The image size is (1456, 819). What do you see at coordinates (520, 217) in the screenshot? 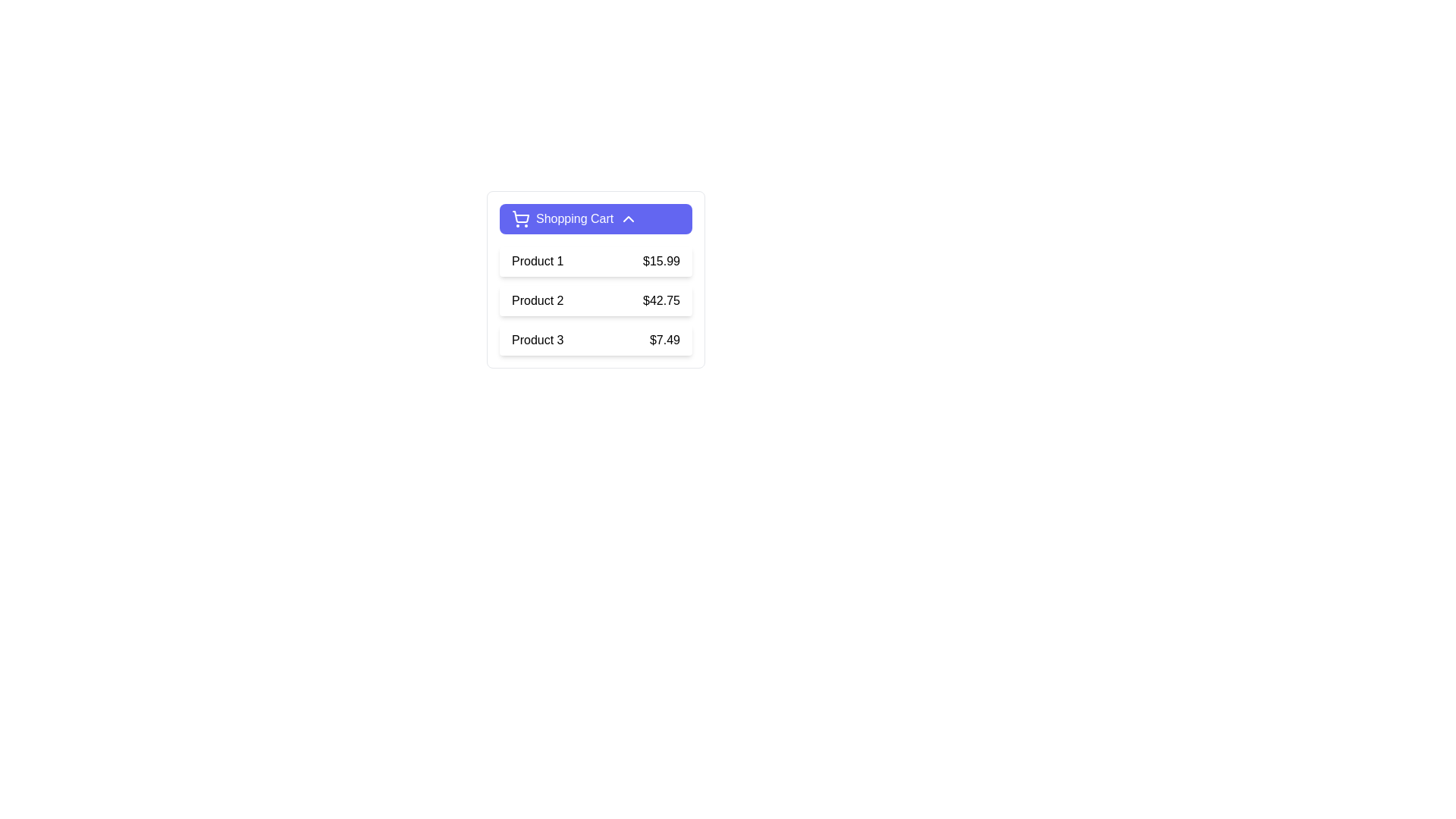
I see `the shopping cart icon located in the top-left corner of the purple header labeled 'Shopping Cart'` at bounding box center [520, 217].